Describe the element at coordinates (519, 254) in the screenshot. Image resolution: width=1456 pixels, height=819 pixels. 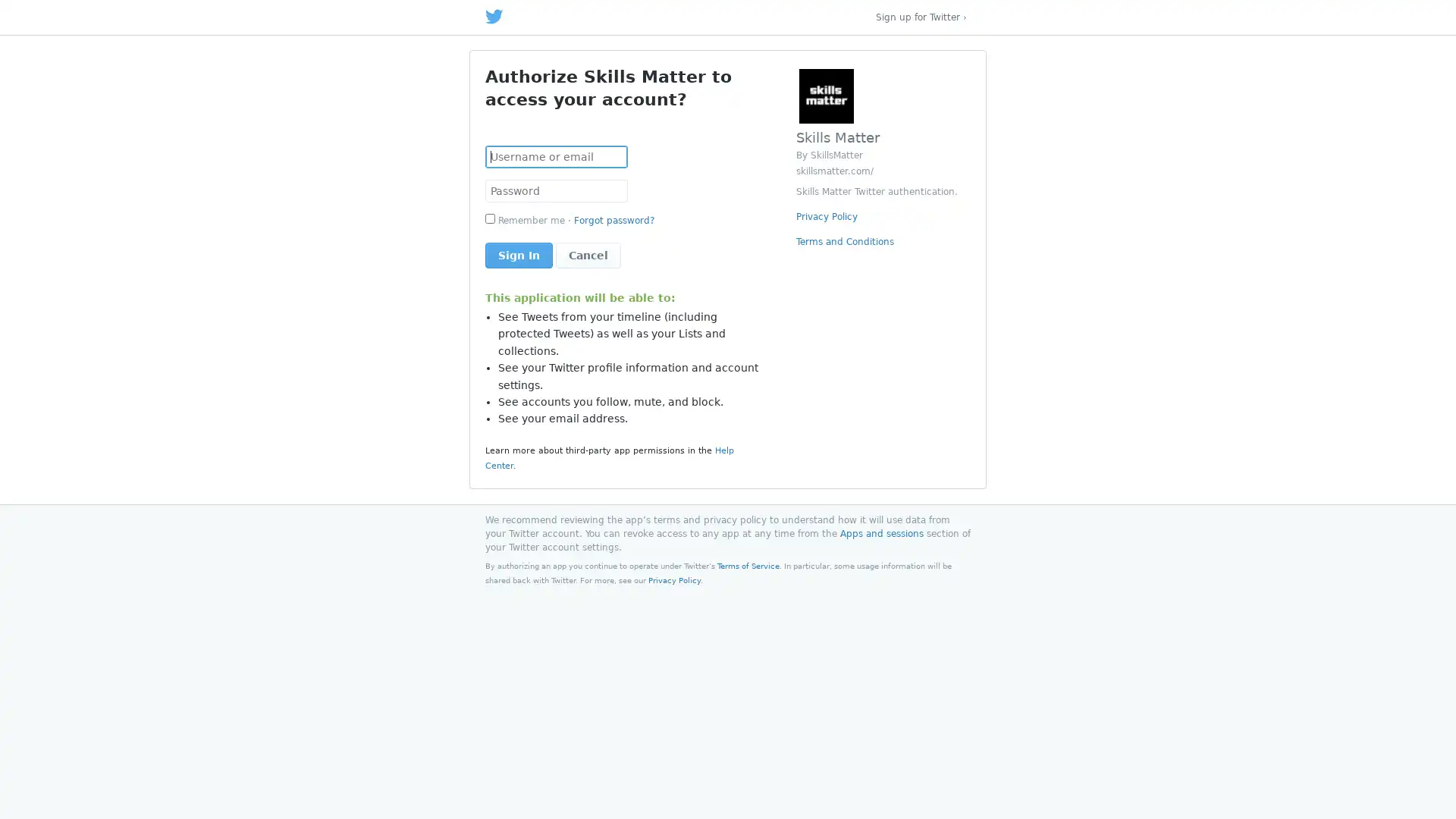
I see `Sign In` at that location.